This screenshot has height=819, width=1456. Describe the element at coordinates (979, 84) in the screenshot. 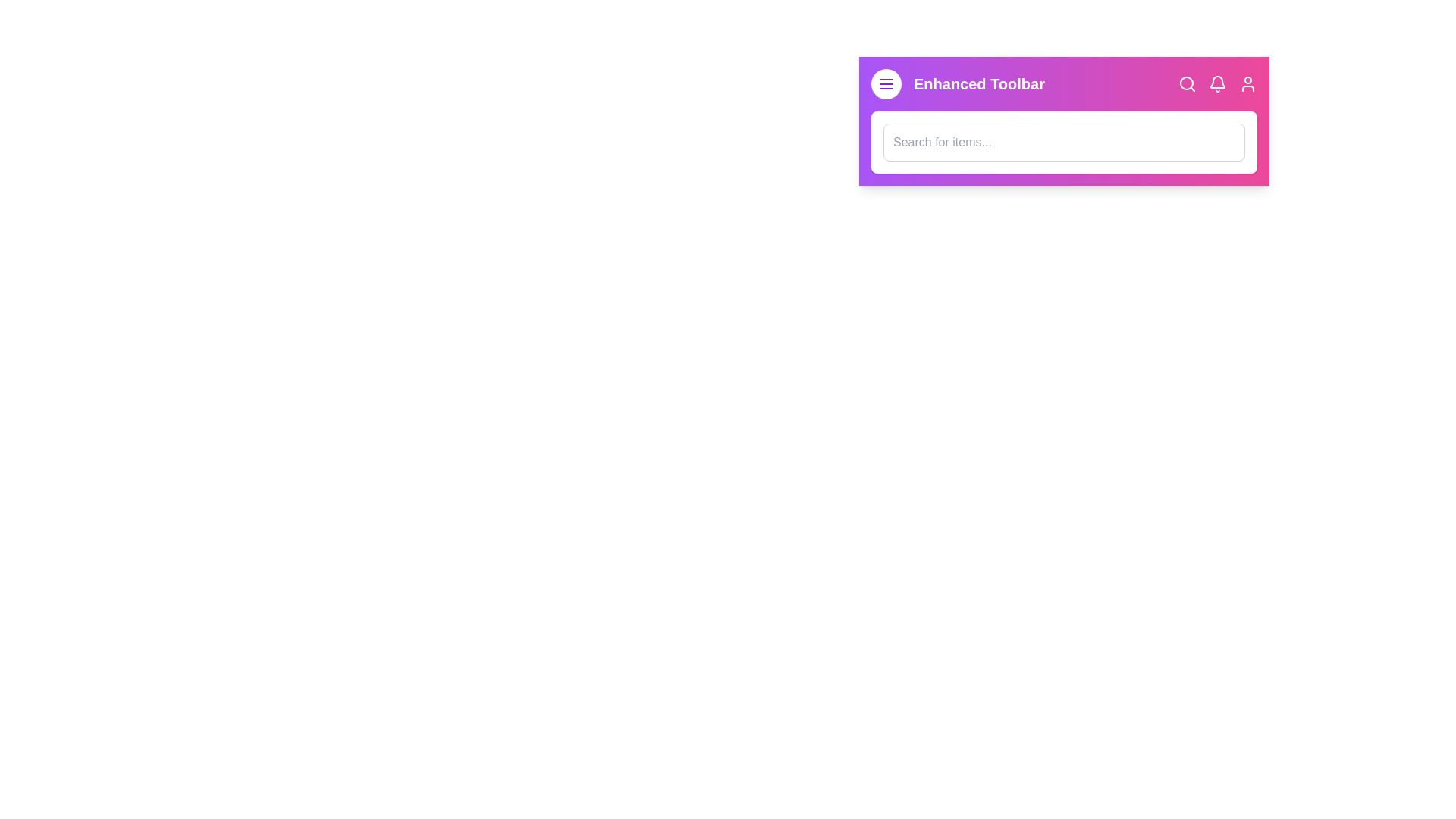

I see `the text 'Enhanced Toolbar' to select it` at that location.